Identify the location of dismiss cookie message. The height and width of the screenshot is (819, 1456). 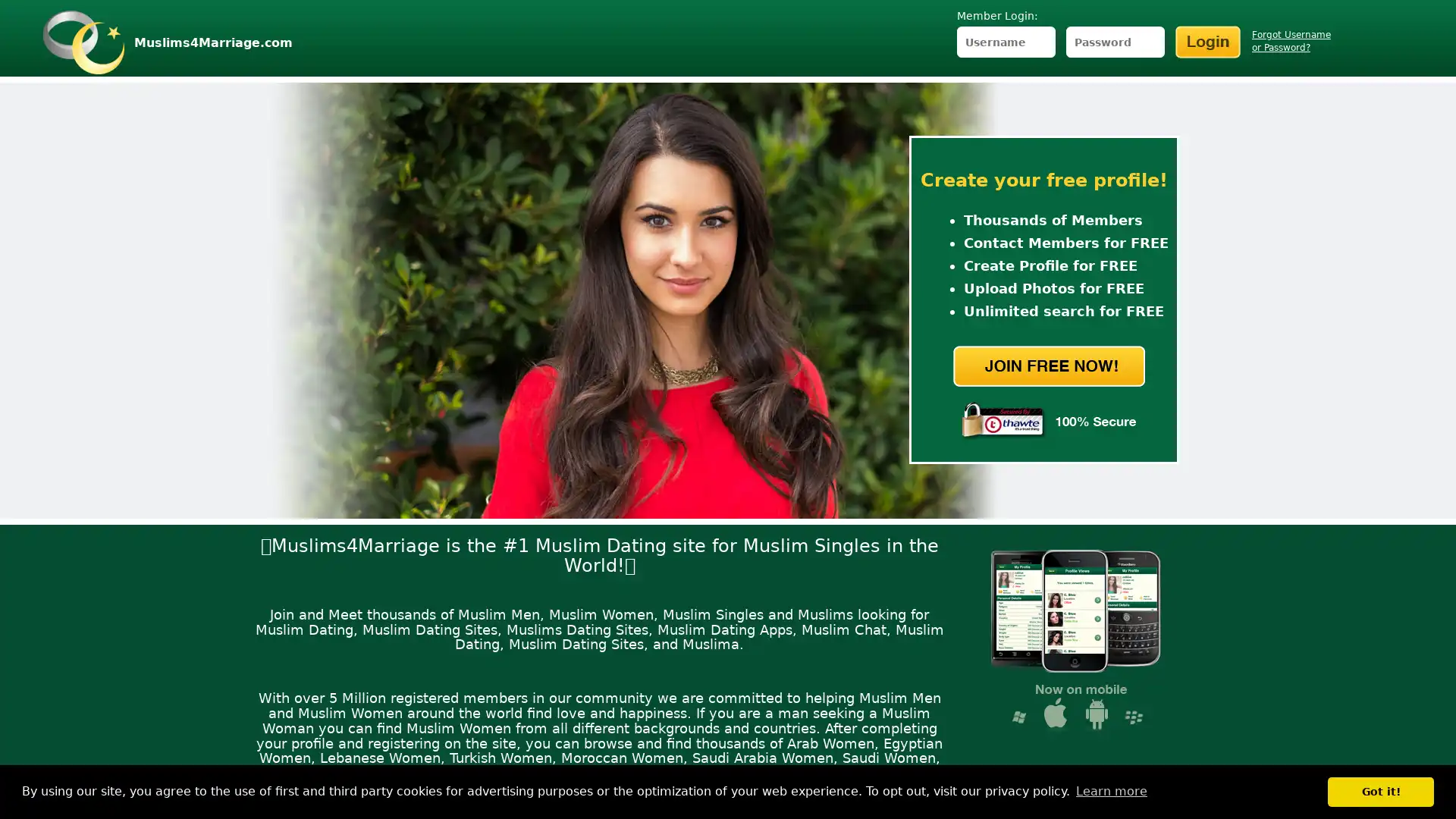
(1380, 791).